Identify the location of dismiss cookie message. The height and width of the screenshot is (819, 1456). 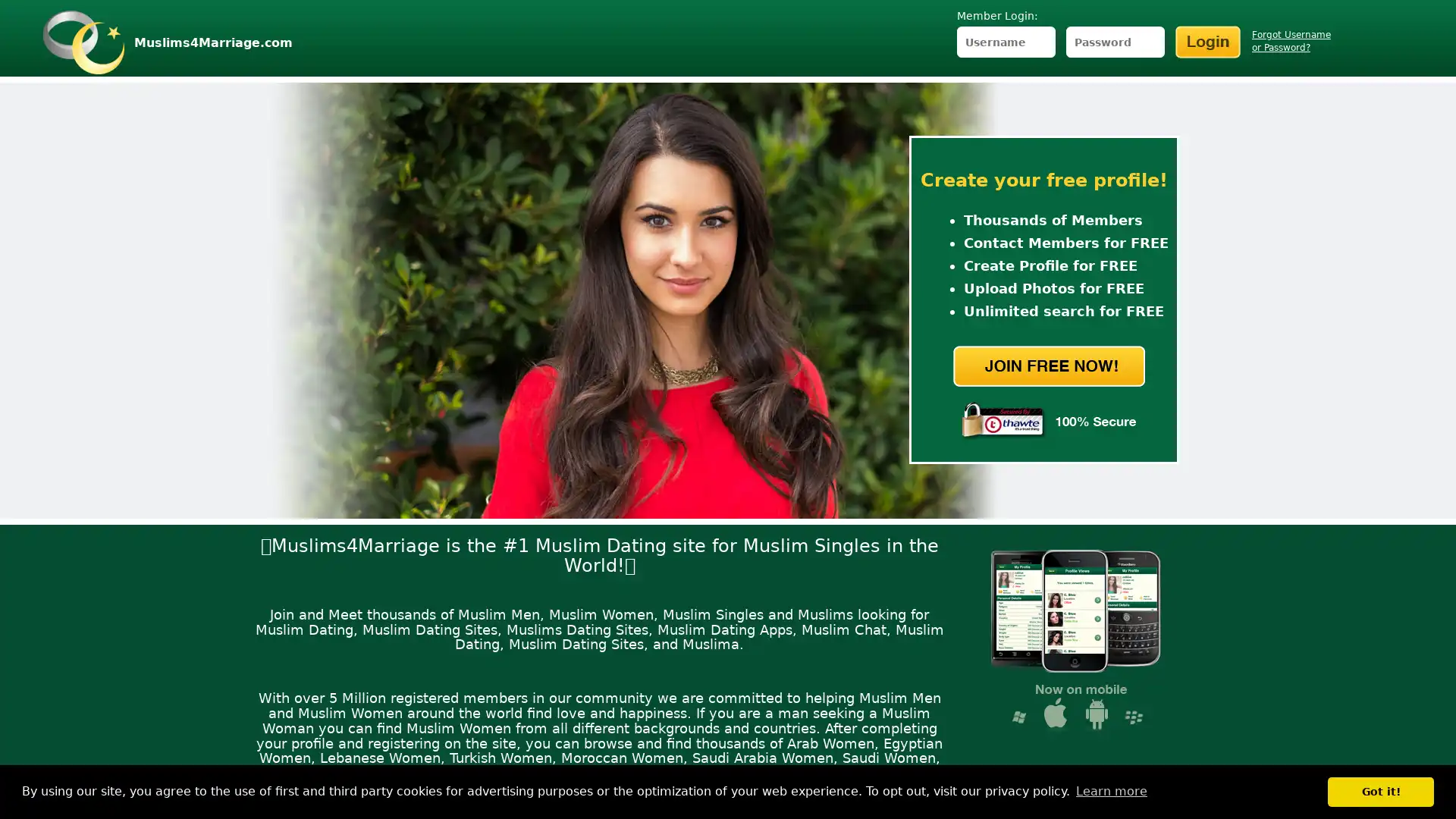
(1380, 791).